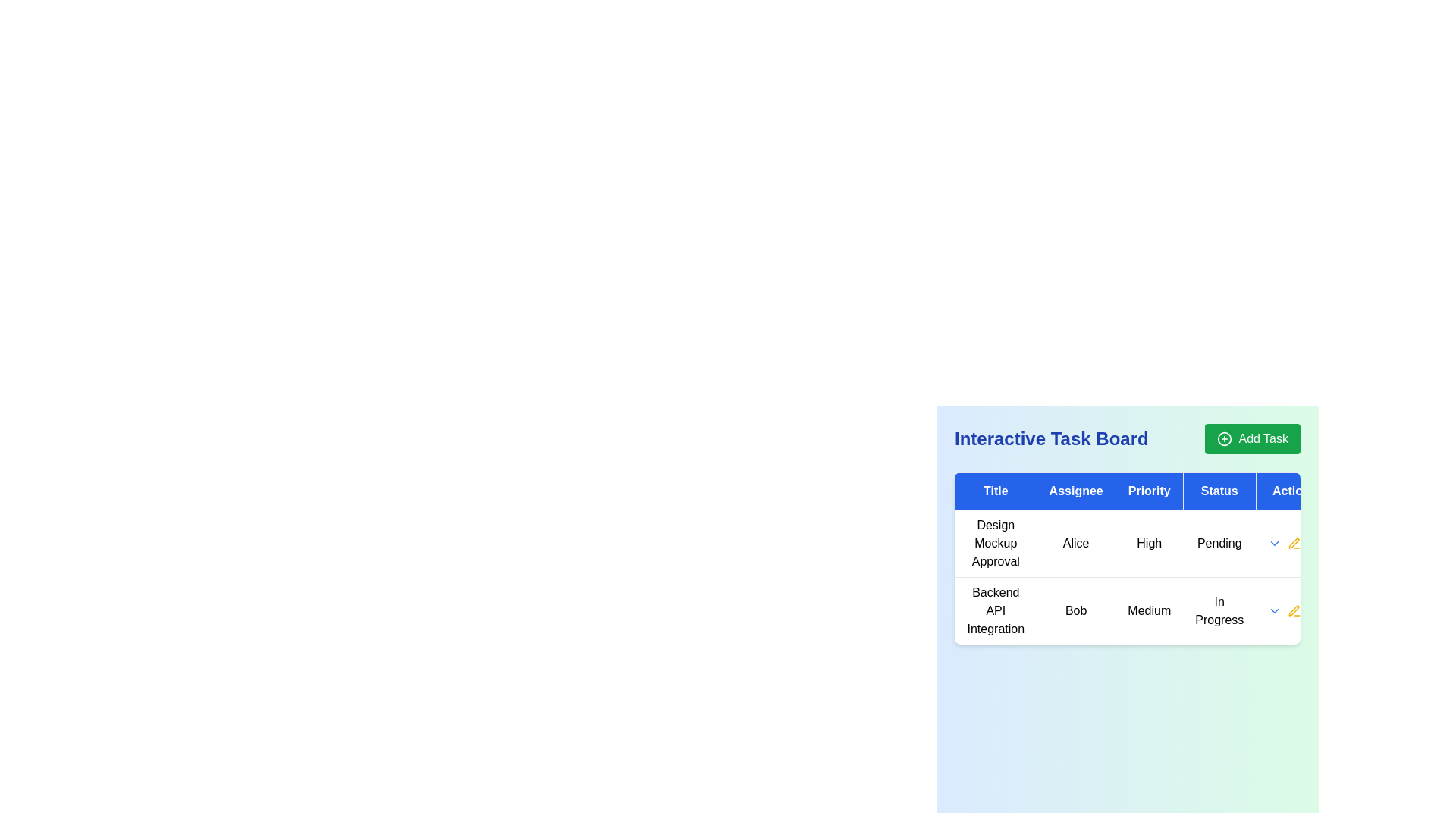  What do you see at coordinates (1075, 543) in the screenshot?
I see `text label indicating 'Alice' in the second cell of the first row under the 'Assignee' column of the table` at bounding box center [1075, 543].